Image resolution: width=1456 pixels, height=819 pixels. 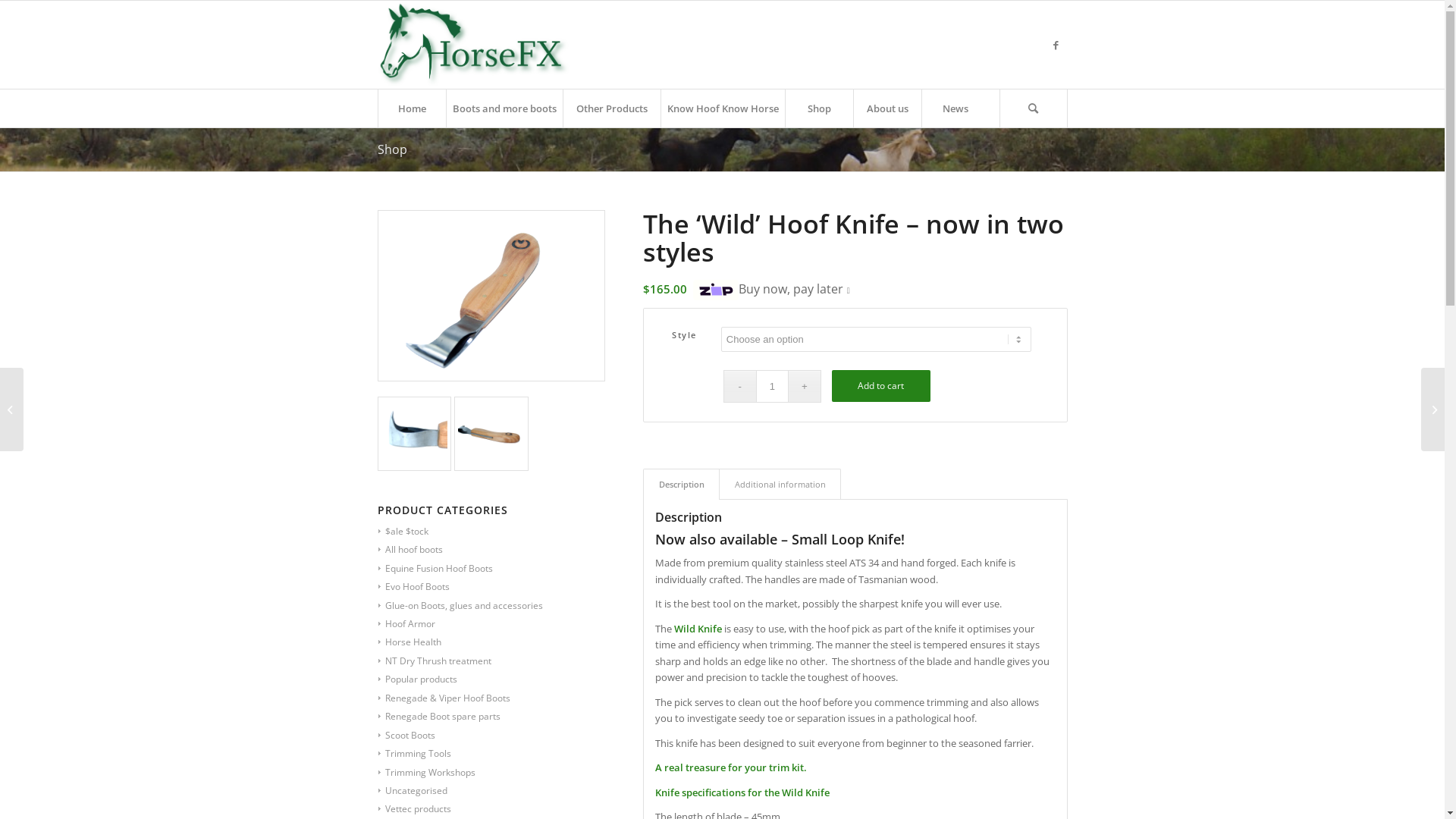 I want to click on 'NT Dry Thrush treatment', so click(x=433, y=660).